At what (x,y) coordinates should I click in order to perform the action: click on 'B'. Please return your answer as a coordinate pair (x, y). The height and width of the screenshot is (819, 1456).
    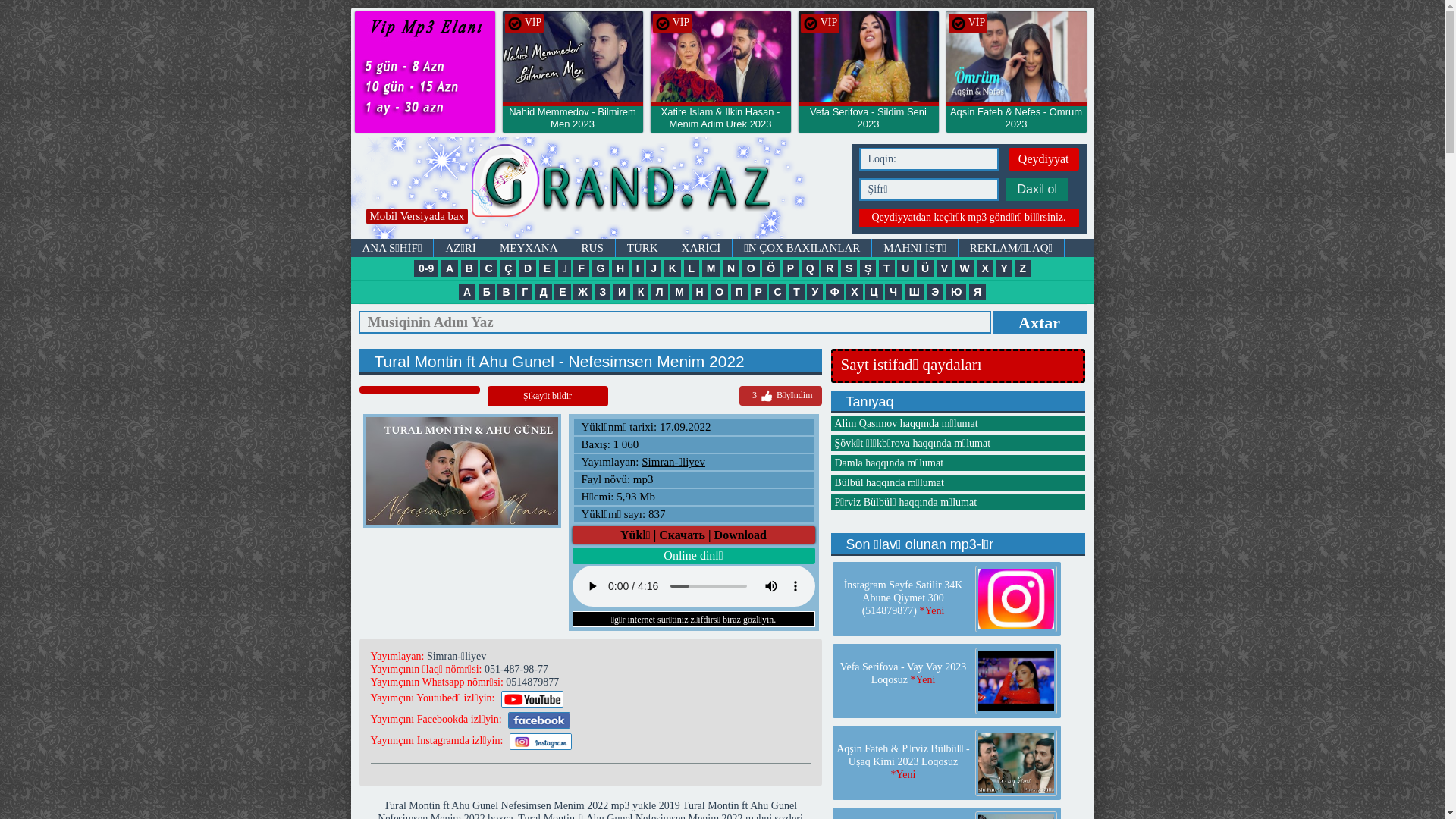
    Looking at the image, I should click on (469, 268).